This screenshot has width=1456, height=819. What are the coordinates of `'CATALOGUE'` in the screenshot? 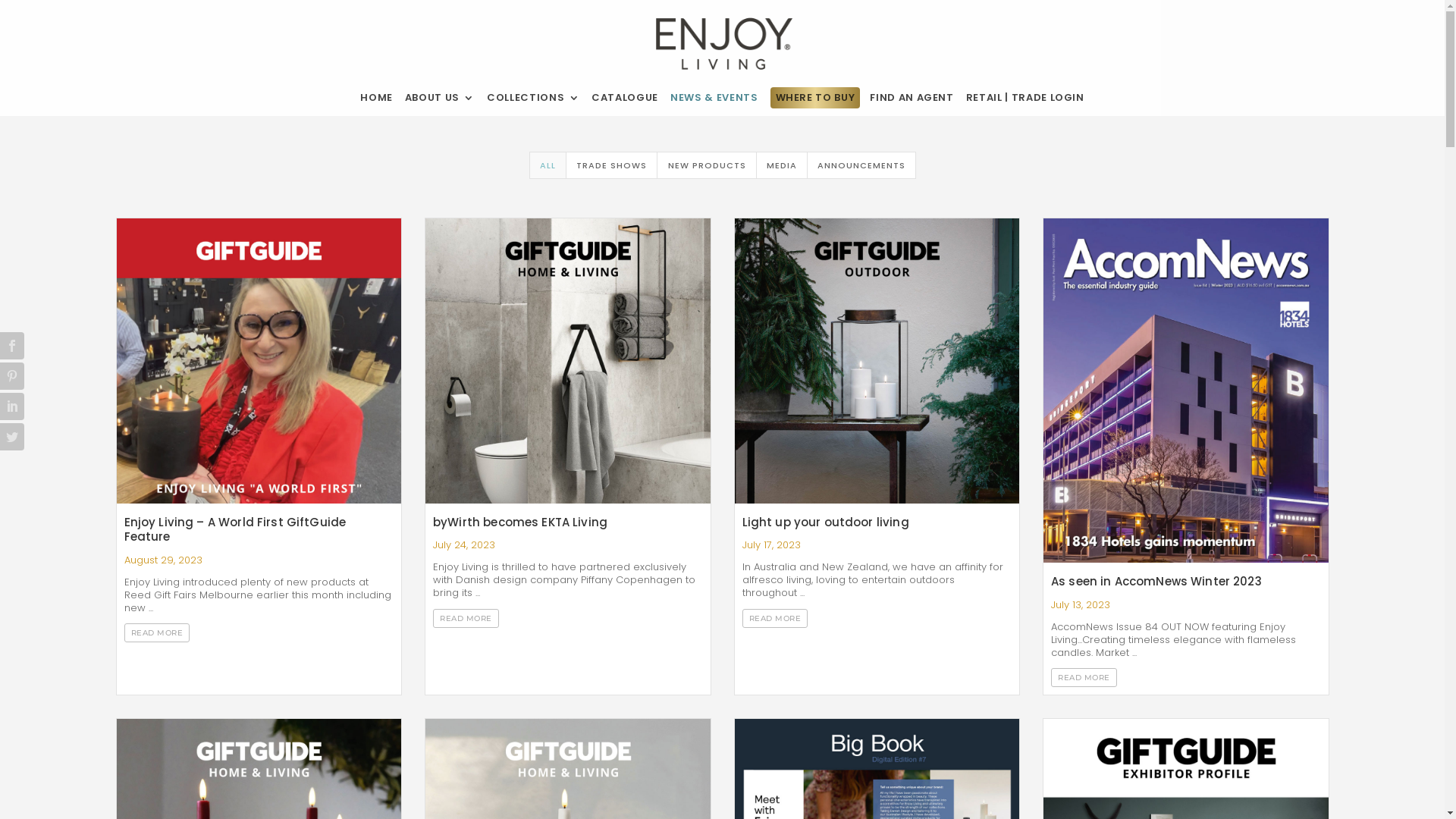 It's located at (625, 97).